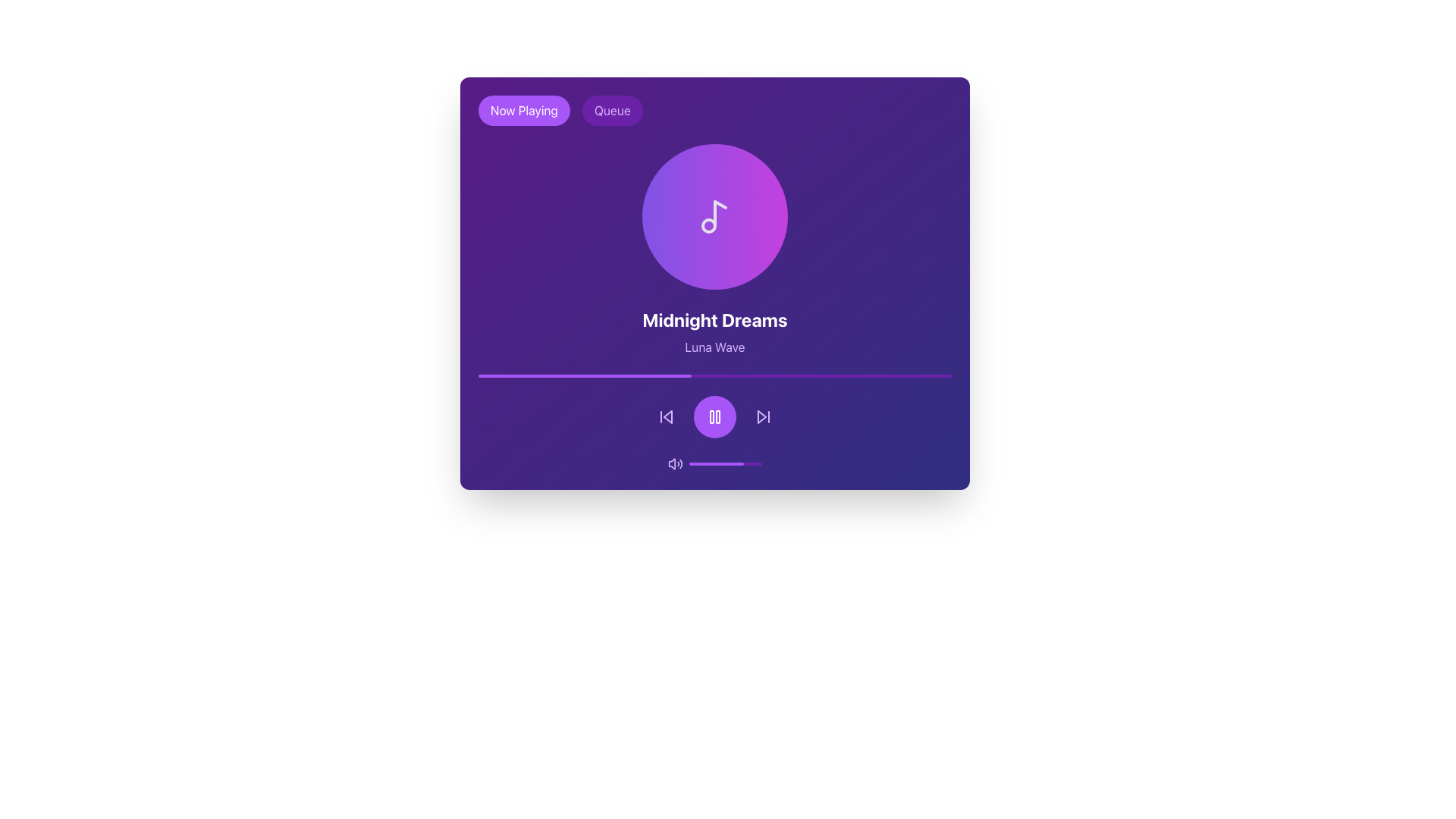 This screenshot has height=819, width=1456. Describe the element at coordinates (714, 417) in the screenshot. I see `the pause button located centrally in the playback control panel of the music player interface` at that location.